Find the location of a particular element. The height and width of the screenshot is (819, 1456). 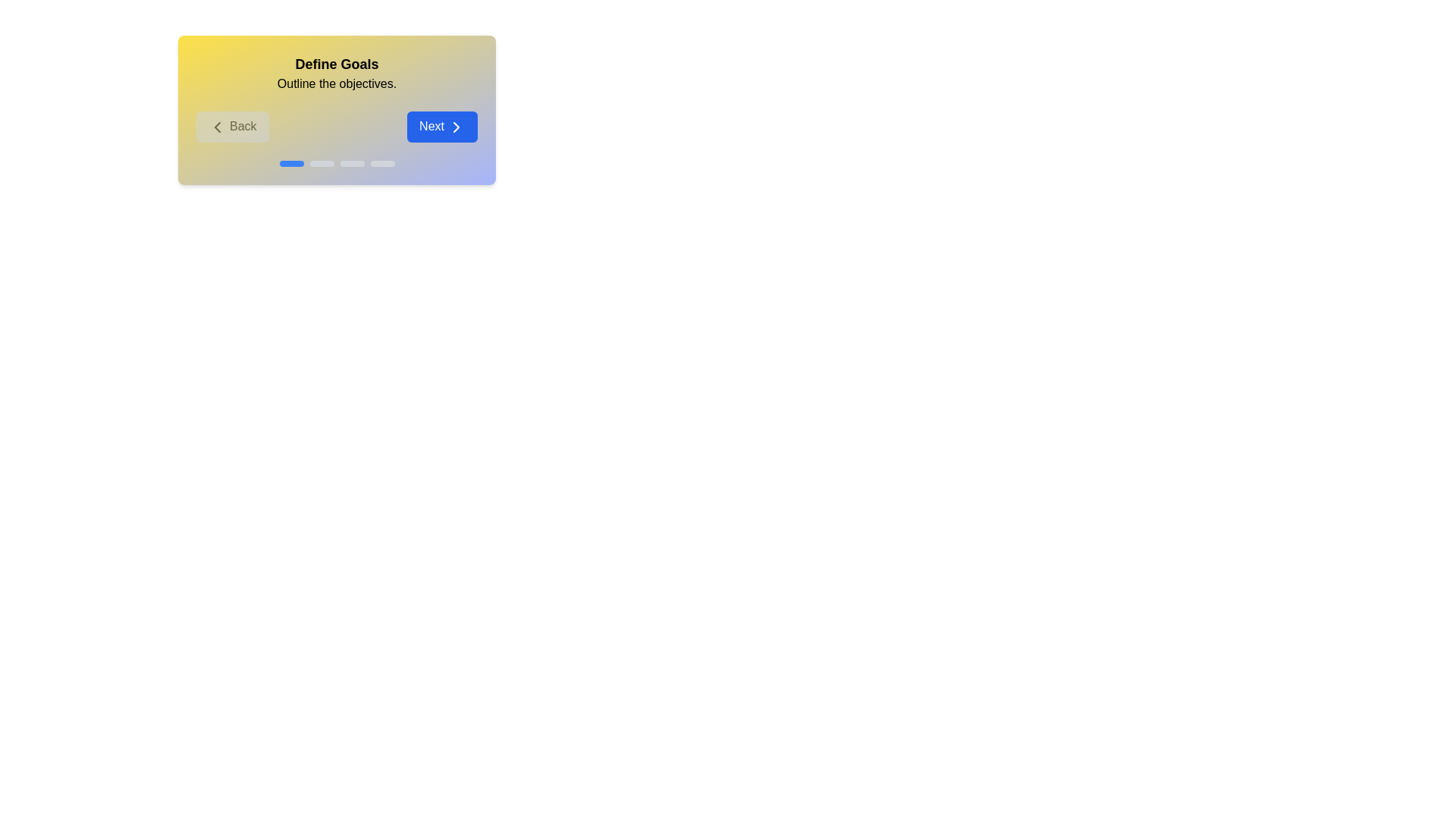

the Back button to navigate between stages is located at coordinates (231, 126).